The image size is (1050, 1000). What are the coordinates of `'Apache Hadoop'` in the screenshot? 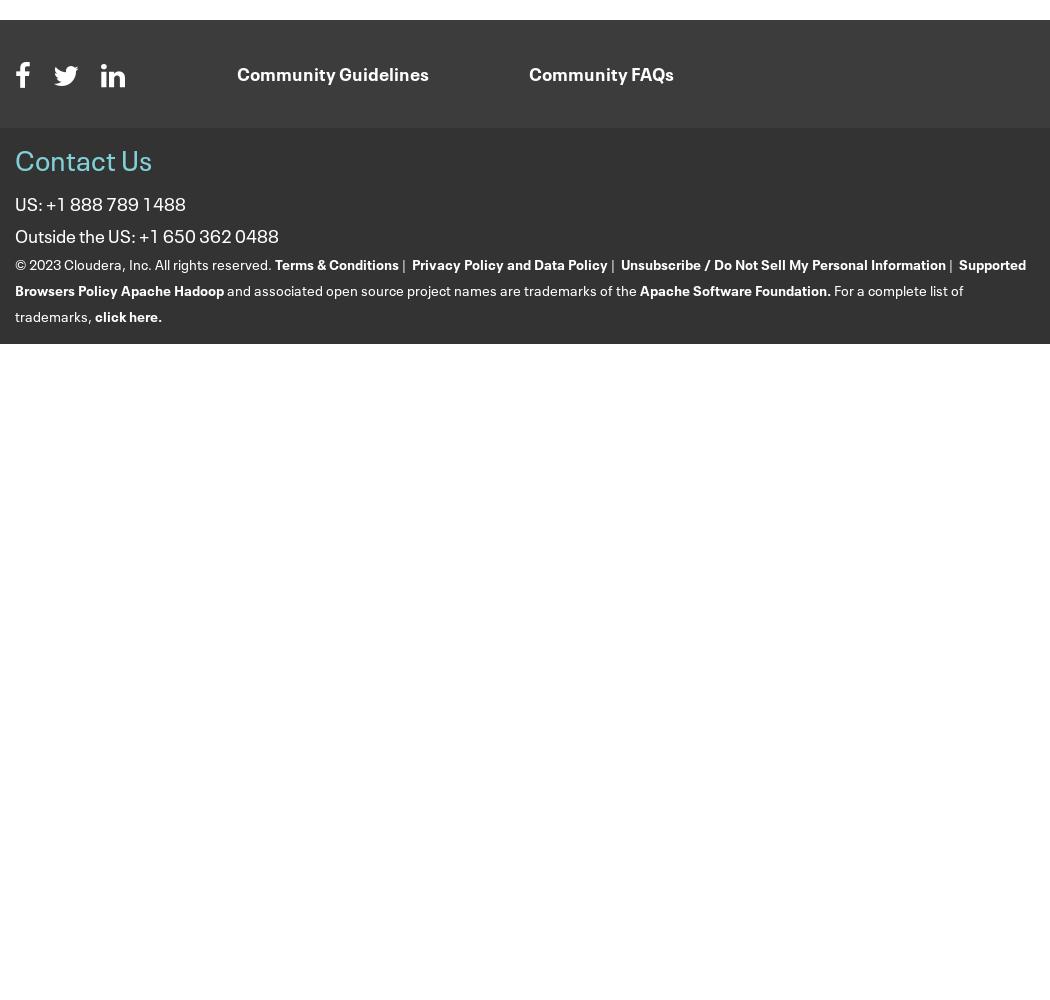 It's located at (172, 288).